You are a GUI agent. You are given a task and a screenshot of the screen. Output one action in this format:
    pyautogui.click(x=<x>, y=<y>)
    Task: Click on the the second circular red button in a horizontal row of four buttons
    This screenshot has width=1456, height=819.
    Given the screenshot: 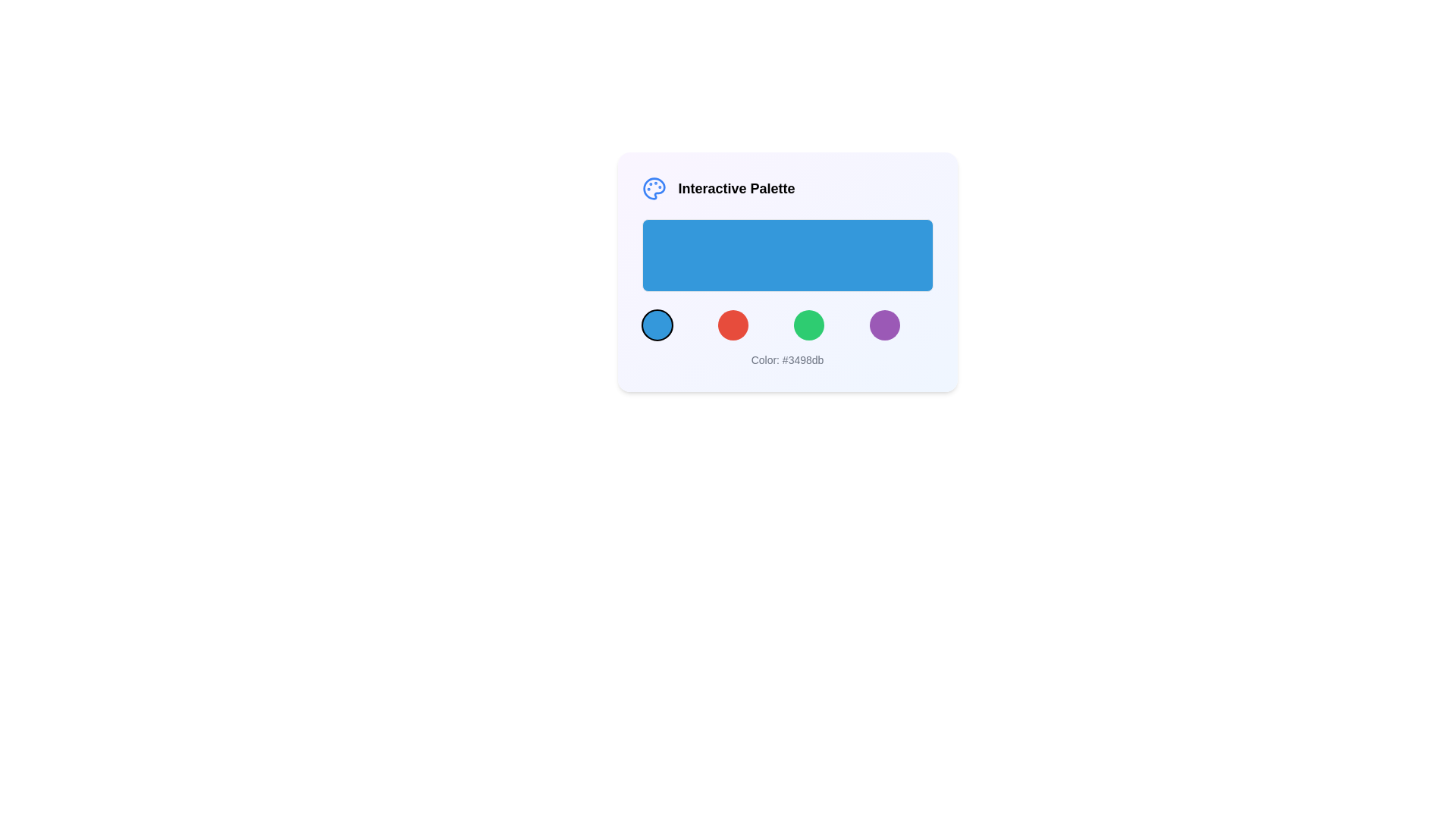 What is the action you would take?
    pyautogui.click(x=733, y=324)
    